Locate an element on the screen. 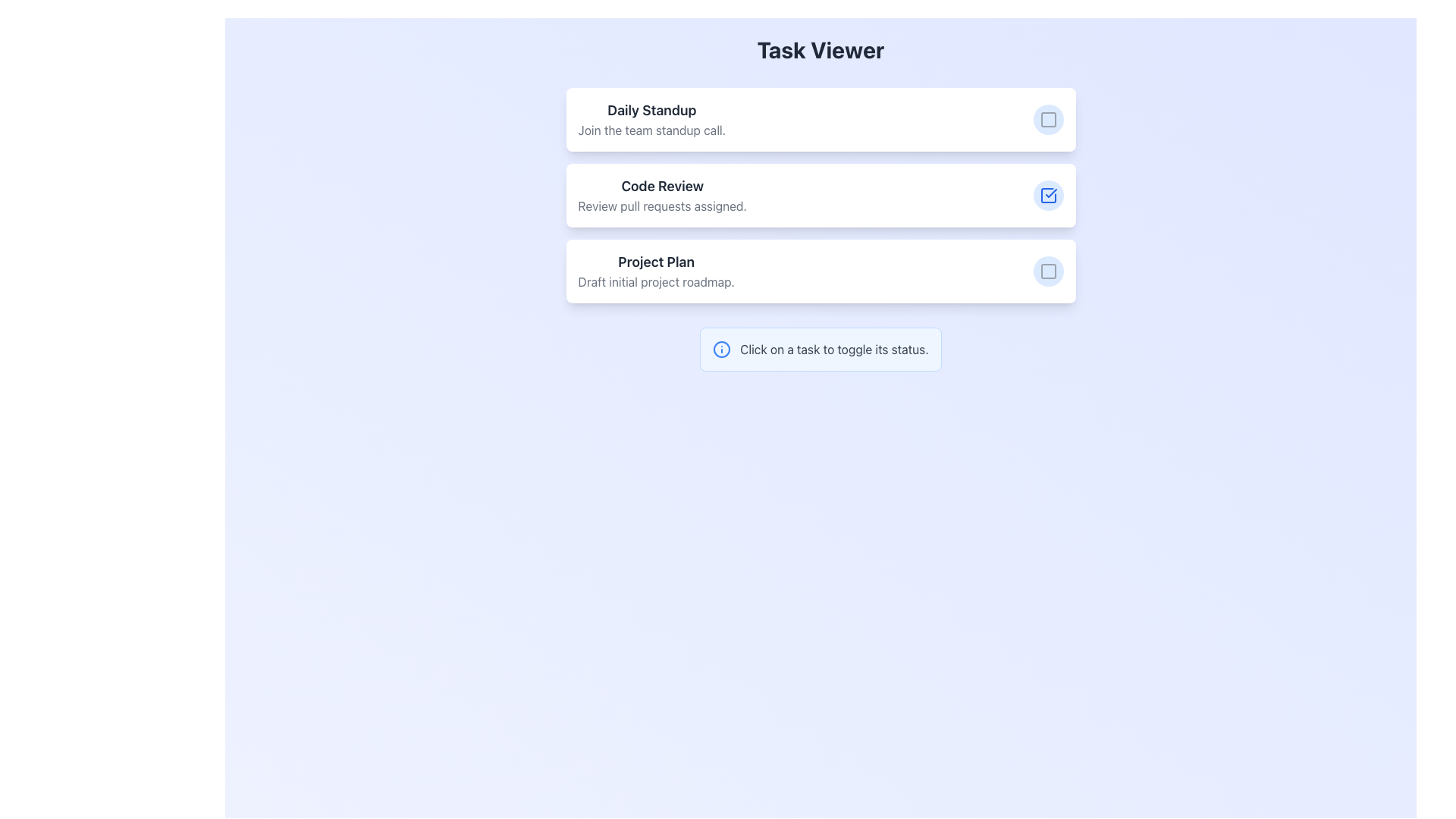 Image resolution: width=1456 pixels, height=819 pixels. the text block displaying 'Code Review' and 'Review pull requests assigned.' which is the second task entry in the vertically arranged list of tasks is located at coordinates (662, 195).